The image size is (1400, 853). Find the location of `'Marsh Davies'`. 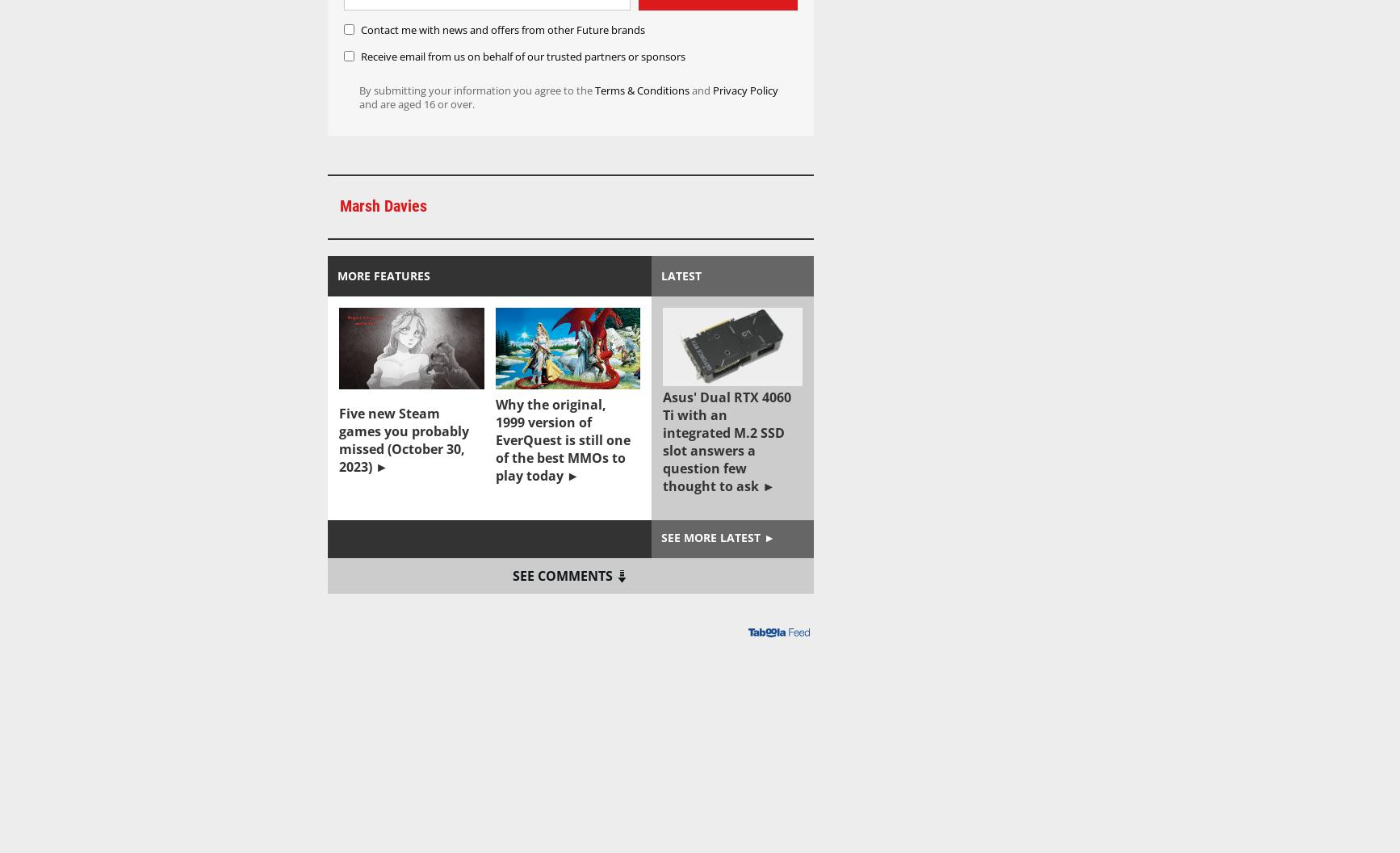

'Marsh Davies' is located at coordinates (382, 205).